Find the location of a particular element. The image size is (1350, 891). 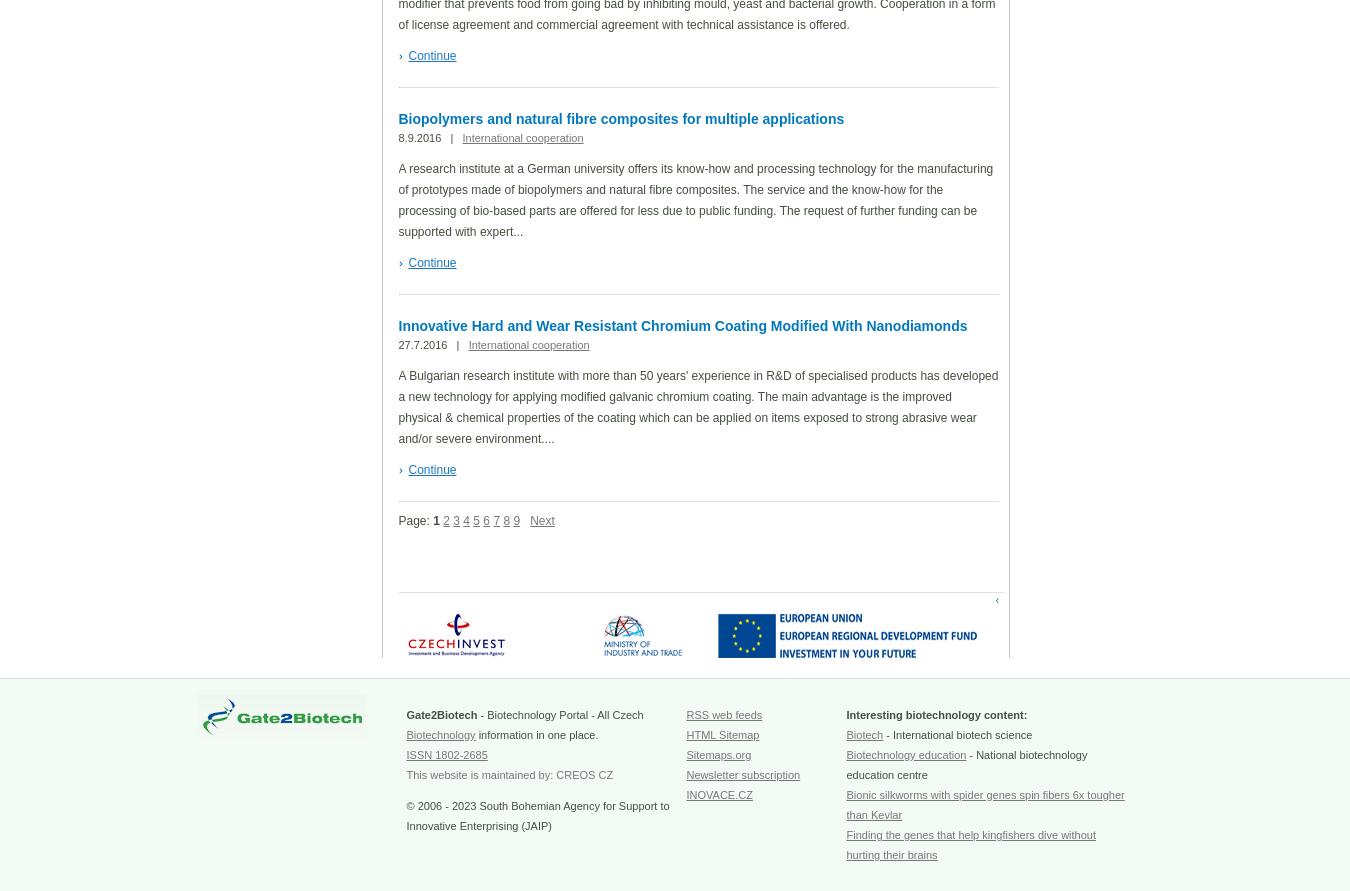

'- Biotechnology Portal - All Czech' is located at coordinates (475, 715).